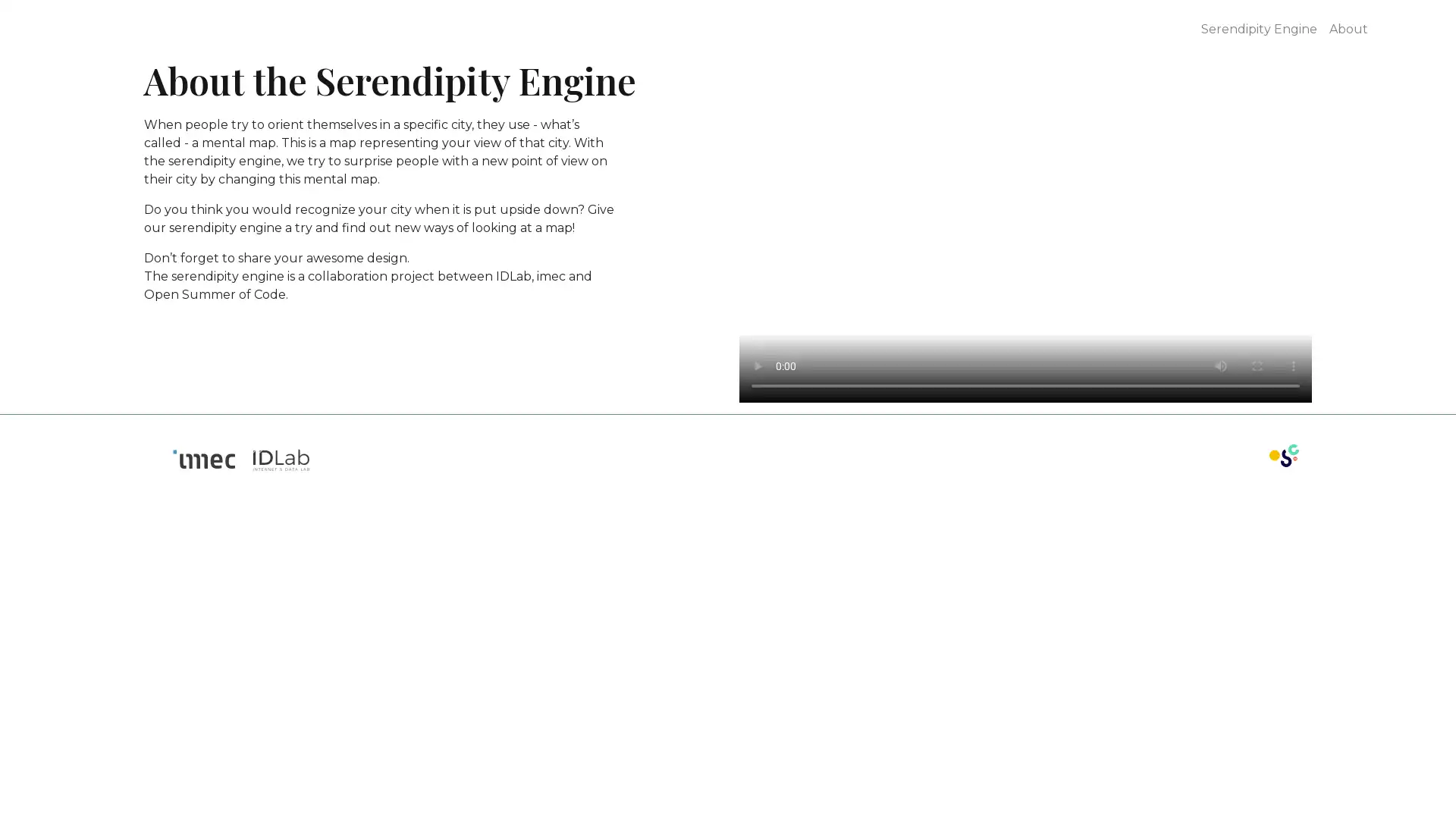 The height and width of the screenshot is (819, 1456). Describe the element at coordinates (1257, 366) in the screenshot. I see `enter full screen` at that location.